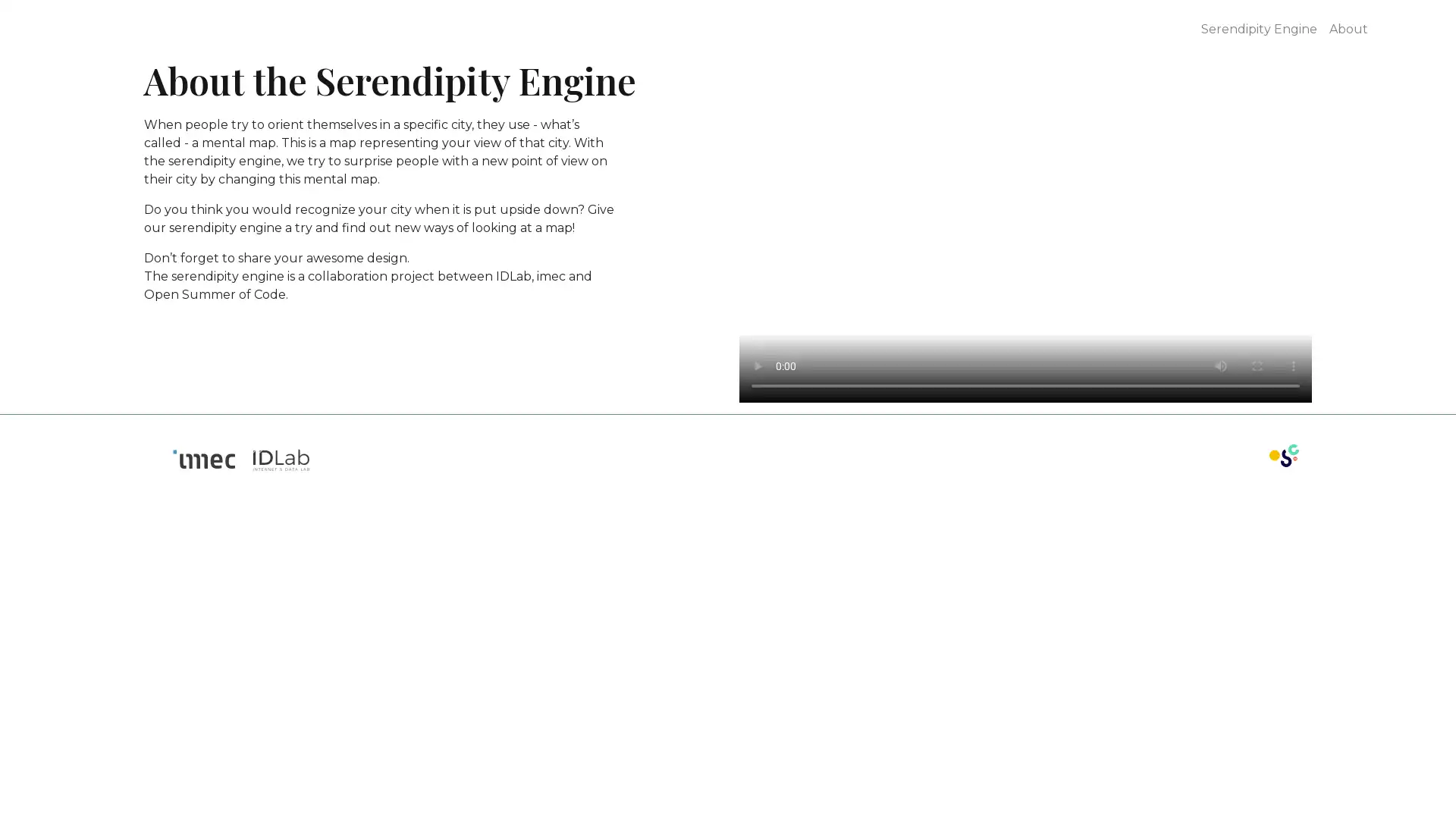 The height and width of the screenshot is (819, 1456). Describe the element at coordinates (1257, 366) in the screenshot. I see `enter full screen` at that location.